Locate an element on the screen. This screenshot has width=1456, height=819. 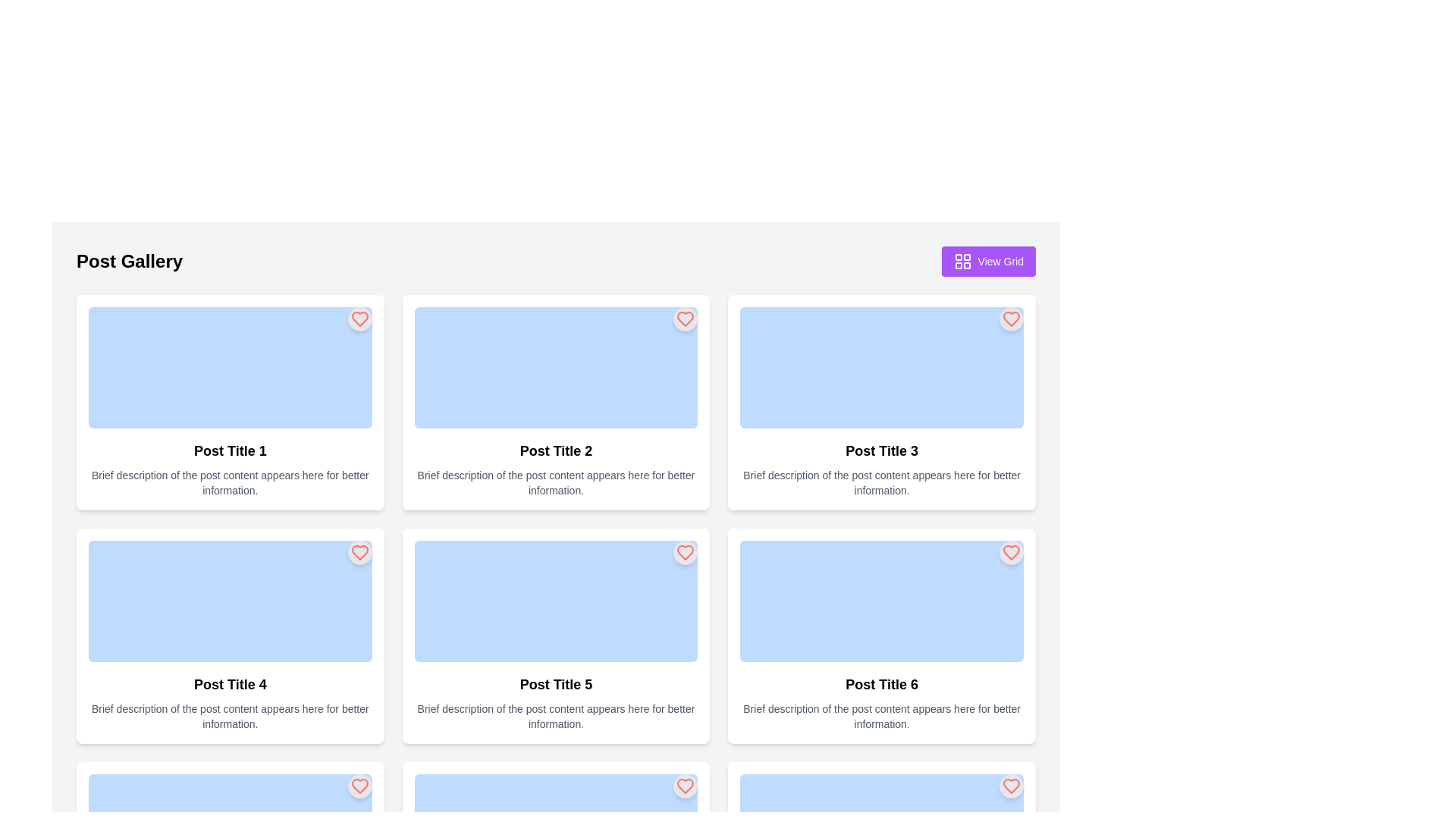
text from the label that displays 'Post Title 3', located in the third panel of the first row, below an image is located at coordinates (882, 450).